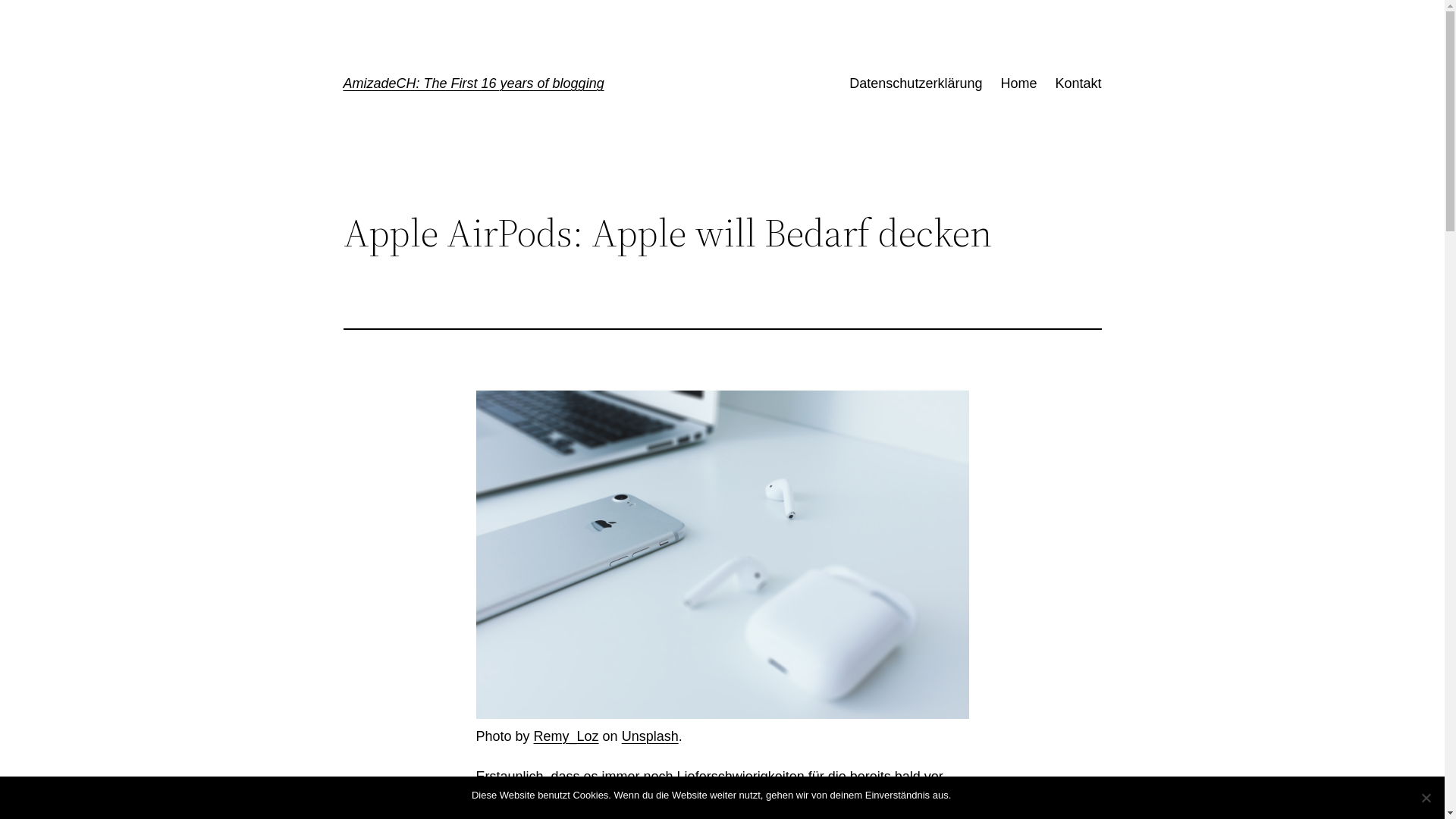 The width and height of the screenshot is (1456, 819). I want to click on 'Nein', so click(1425, 797).